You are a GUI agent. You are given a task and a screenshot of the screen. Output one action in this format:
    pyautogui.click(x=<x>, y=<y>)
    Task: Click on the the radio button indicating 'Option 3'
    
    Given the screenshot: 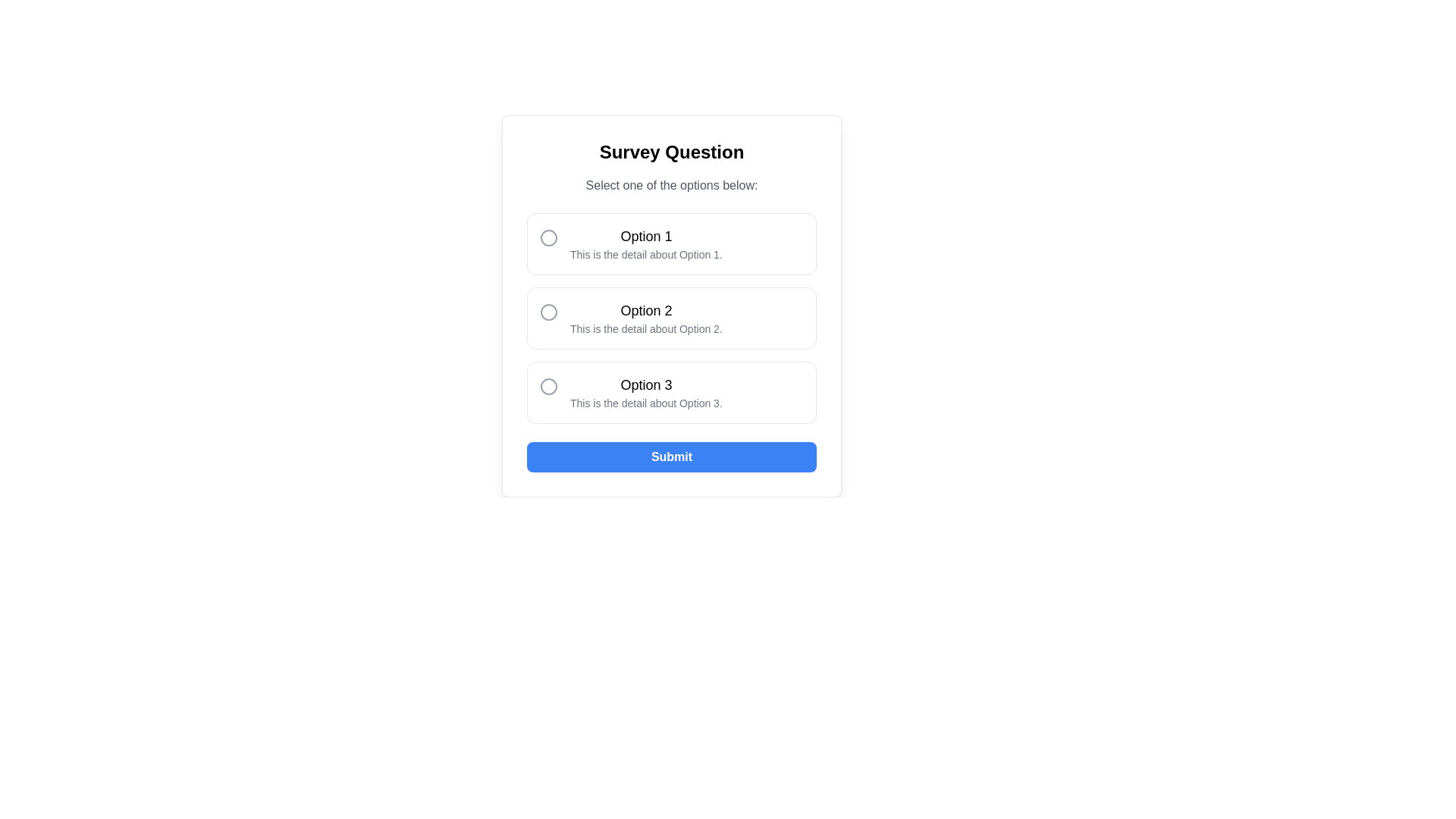 What is the action you would take?
    pyautogui.click(x=548, y=385)
    